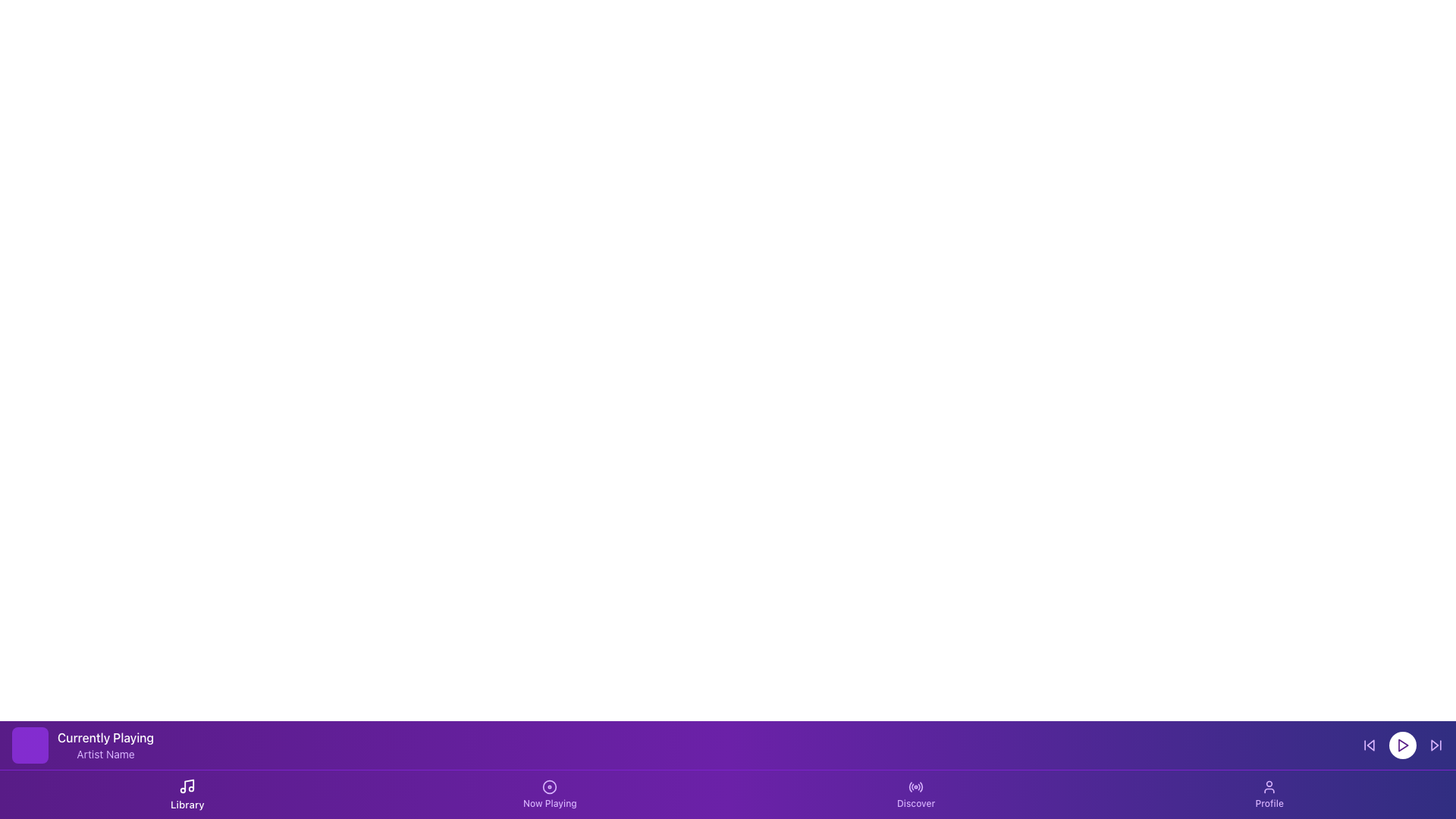 This screenshot has width=1456, height=819. I want to click on the small purple icon with a forward arrow symbol located on the far right of the bottom navigation bar, so click(1436, 745).